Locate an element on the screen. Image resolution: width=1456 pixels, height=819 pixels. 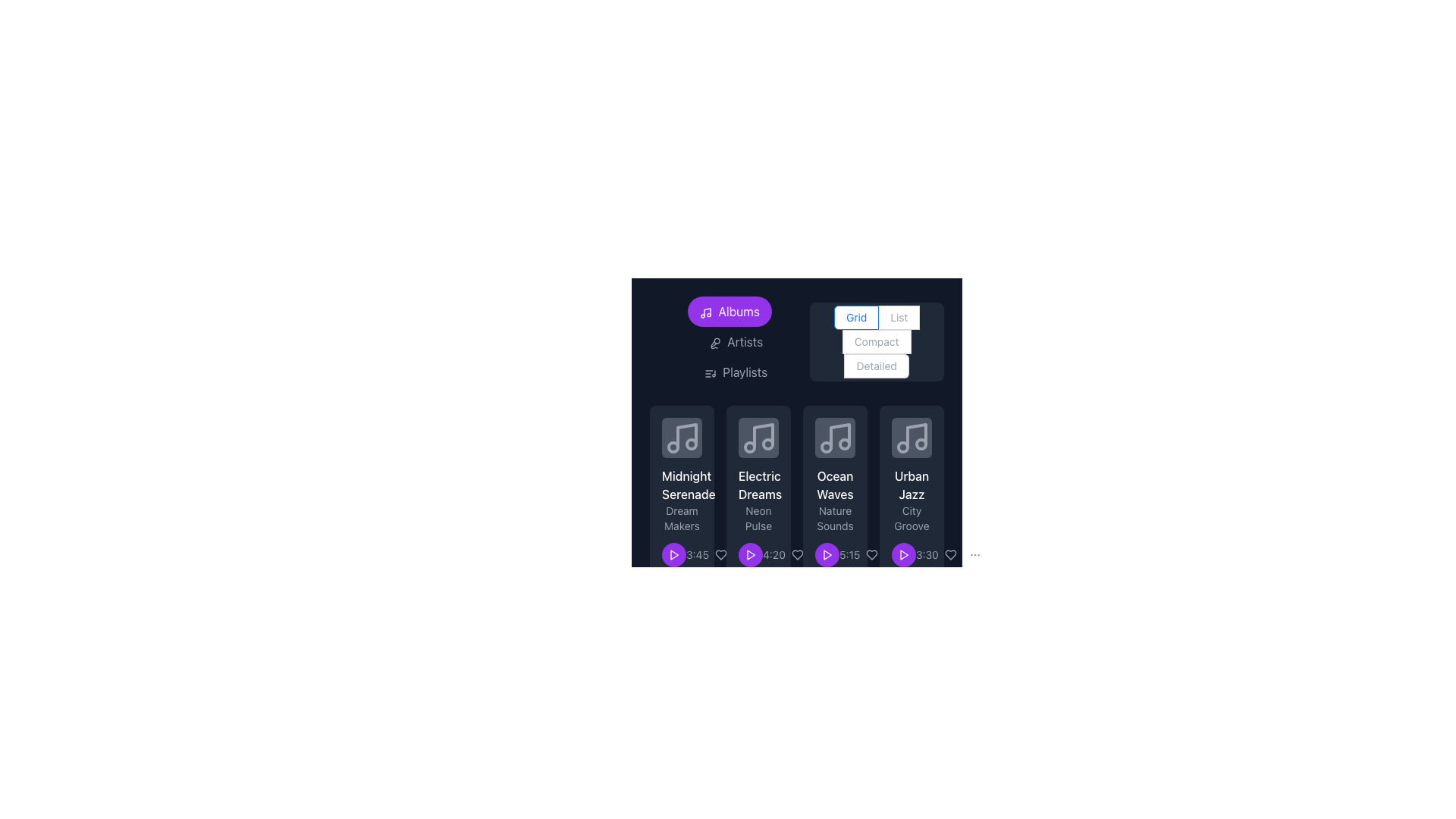
the static text label that describes the album, located below the title 'Electric Dreams' in the second card of the album grid is located at coordinates (758, 517).